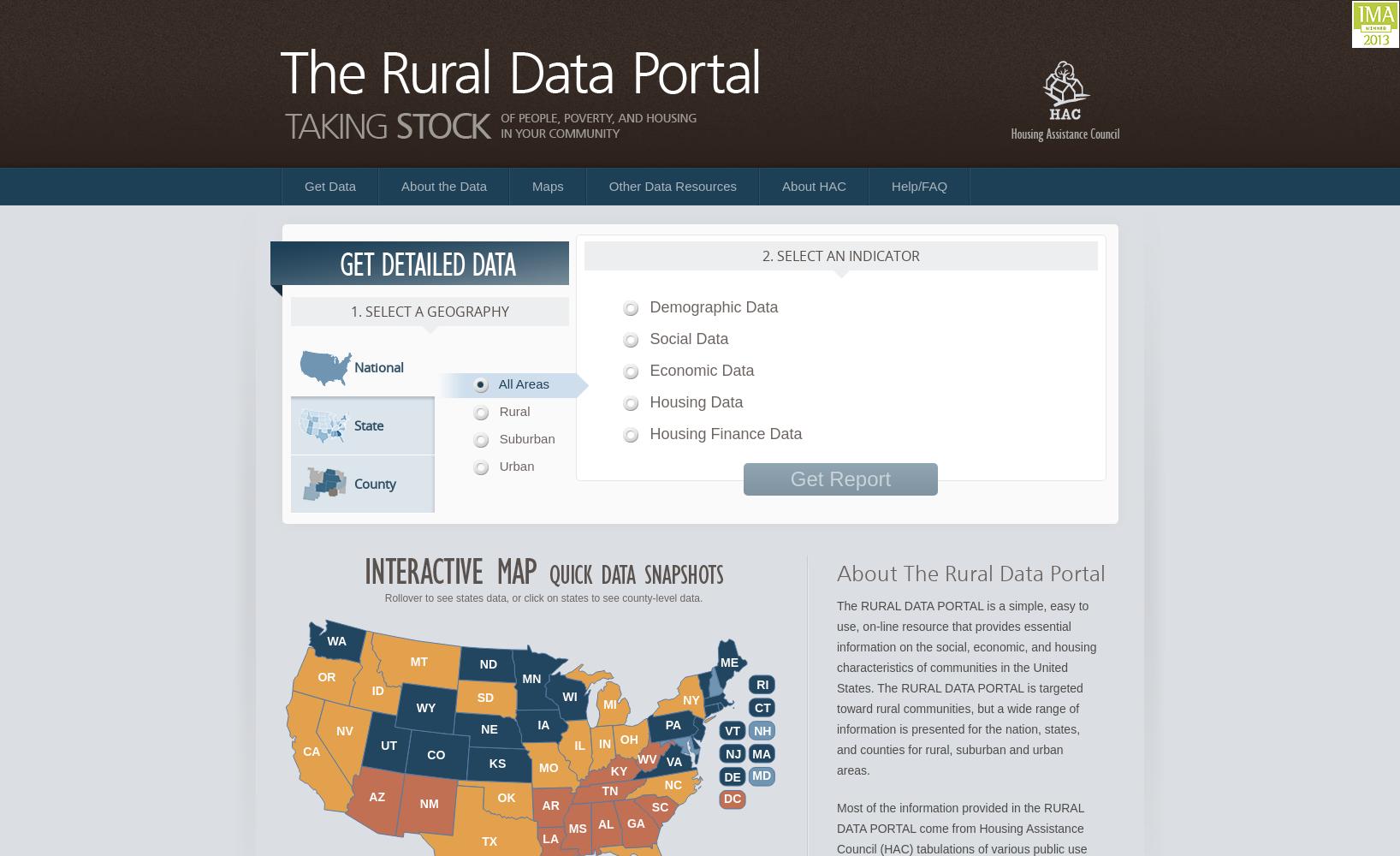 The width and height of the screenshot is (1400, 856). Describe the element at coordinates (479, 728) in the screenshot. I see `'NE'` at that location.